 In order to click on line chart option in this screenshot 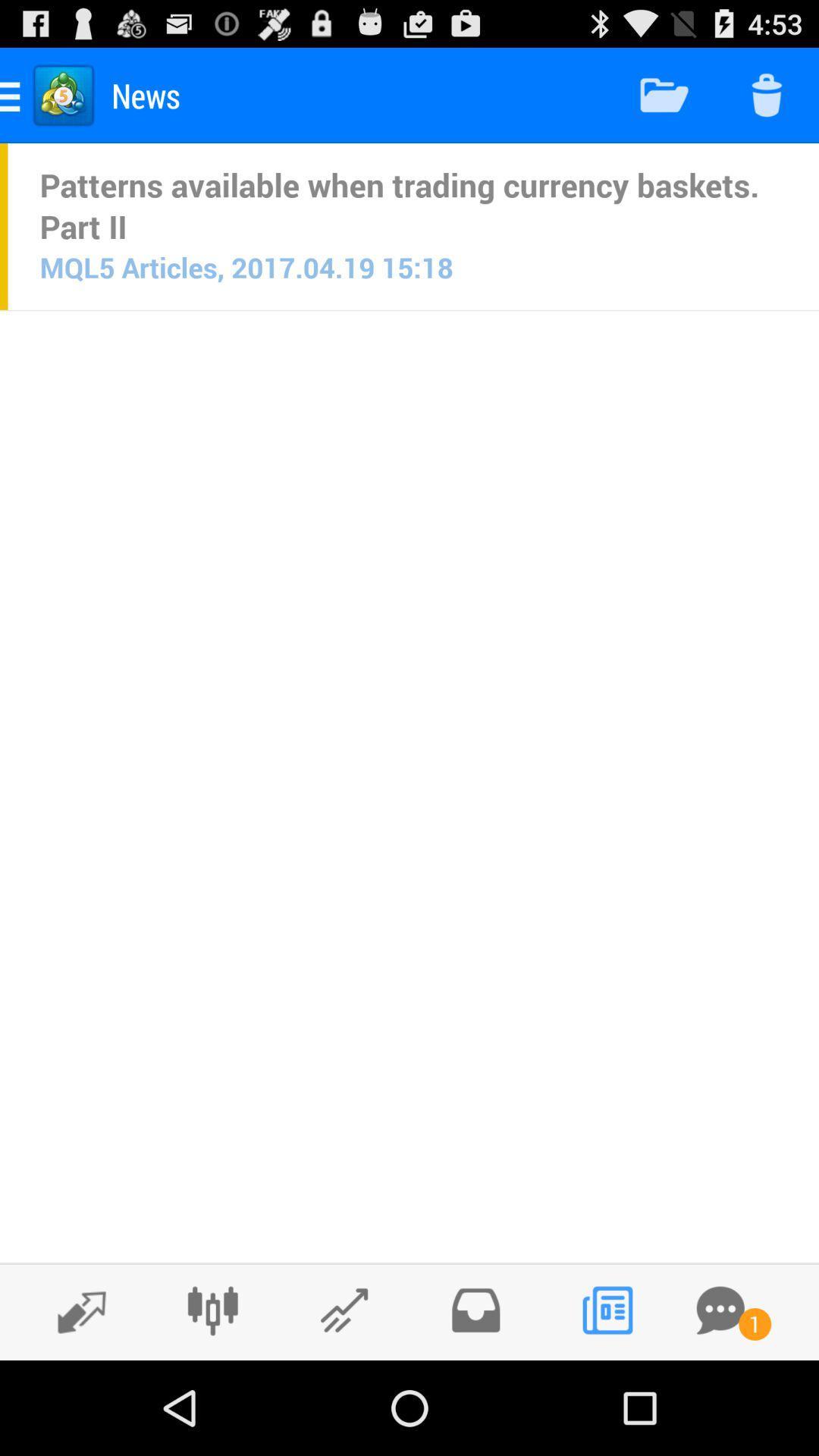, I will do `click(344, 1310)`.